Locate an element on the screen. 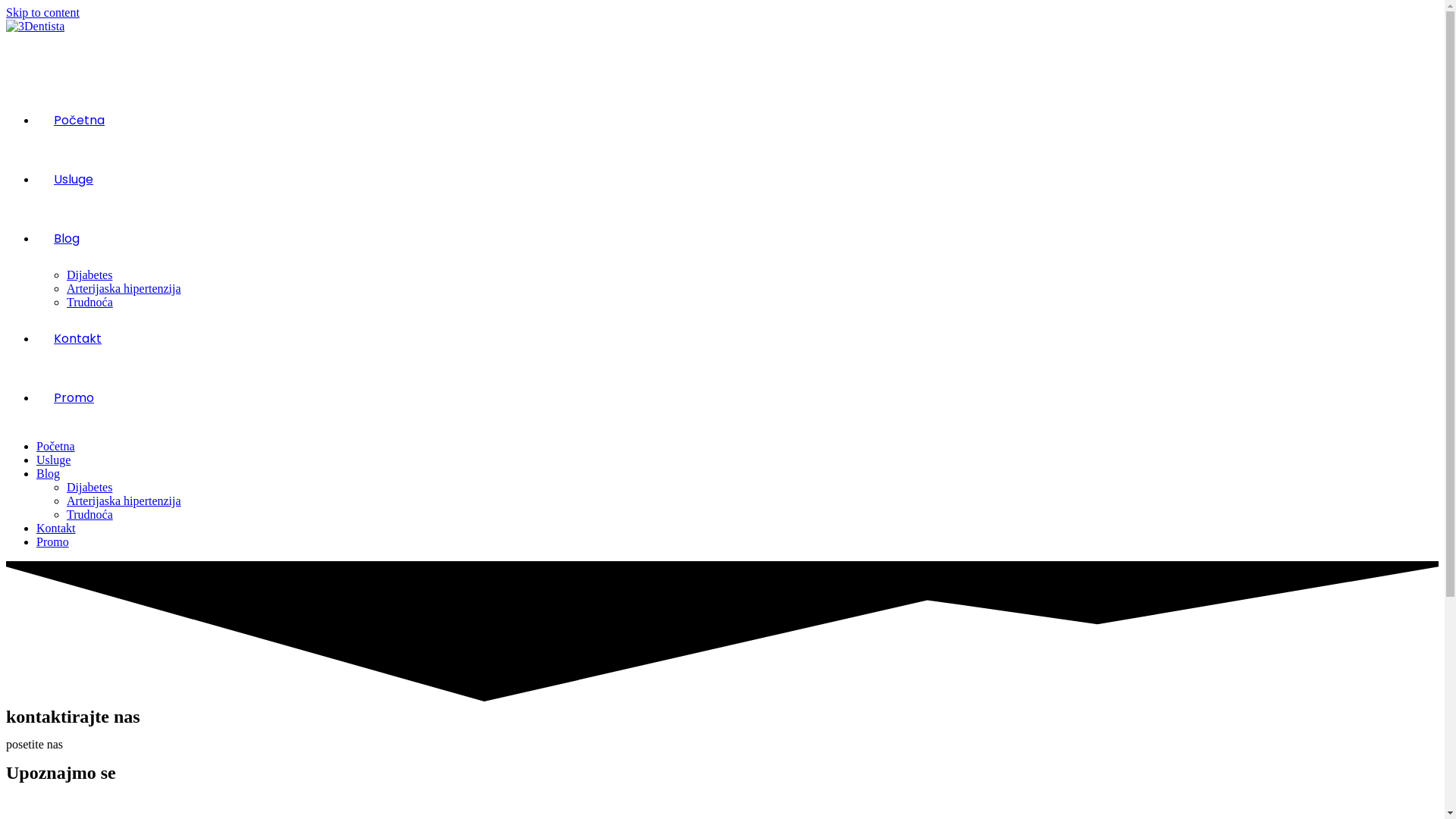  'Promo' is located at coordinates (52, 541).